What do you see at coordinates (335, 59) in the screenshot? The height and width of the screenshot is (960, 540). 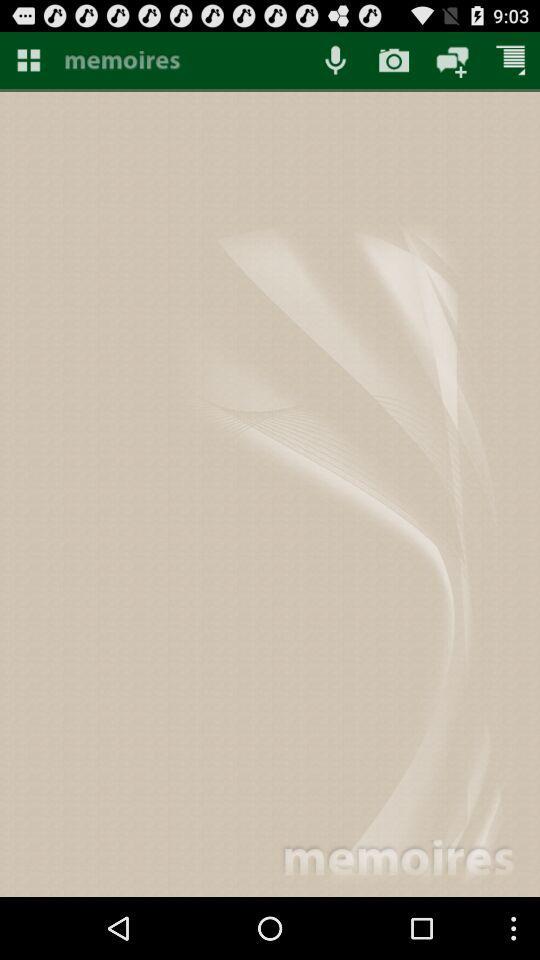 I see `start microphone` at bounding box center [335, 59].